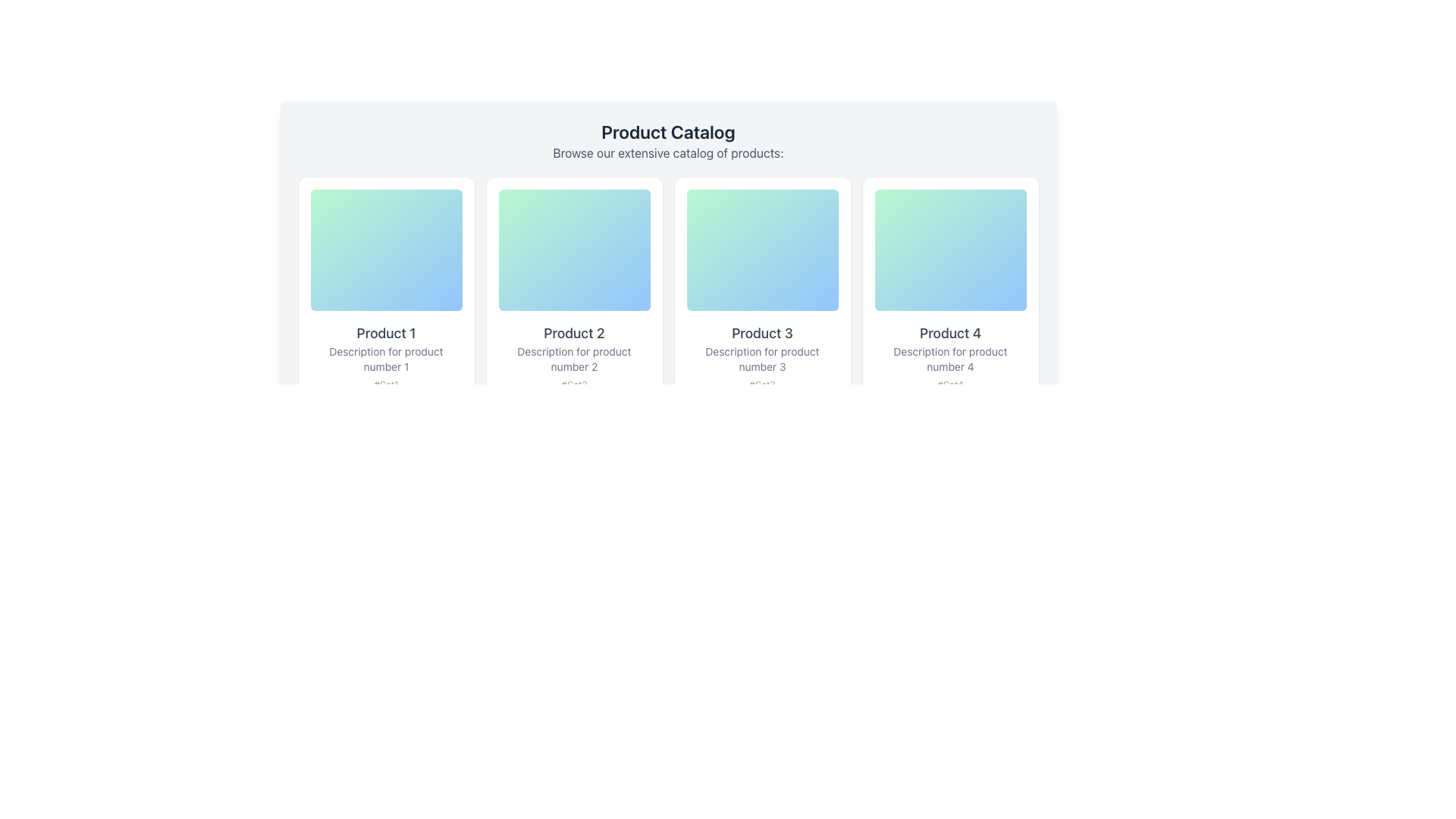  Describe the element at coordinates (762, 249) in the screenshot. I see `the decorative graphic element for 'Product 3', which is centrally located above the product's textual information` at that location.